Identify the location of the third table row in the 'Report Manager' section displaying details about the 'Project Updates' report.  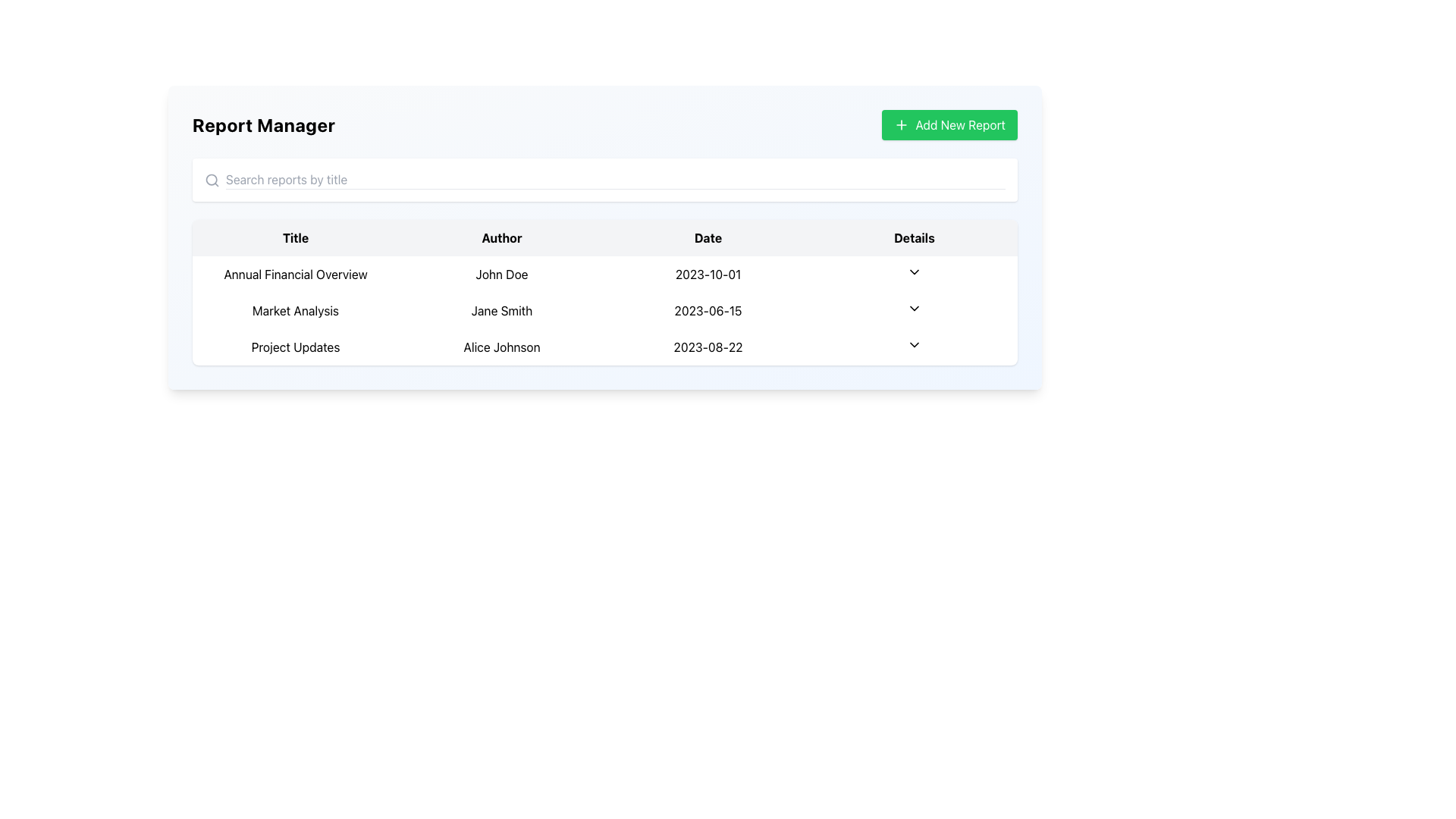
(604, 347).